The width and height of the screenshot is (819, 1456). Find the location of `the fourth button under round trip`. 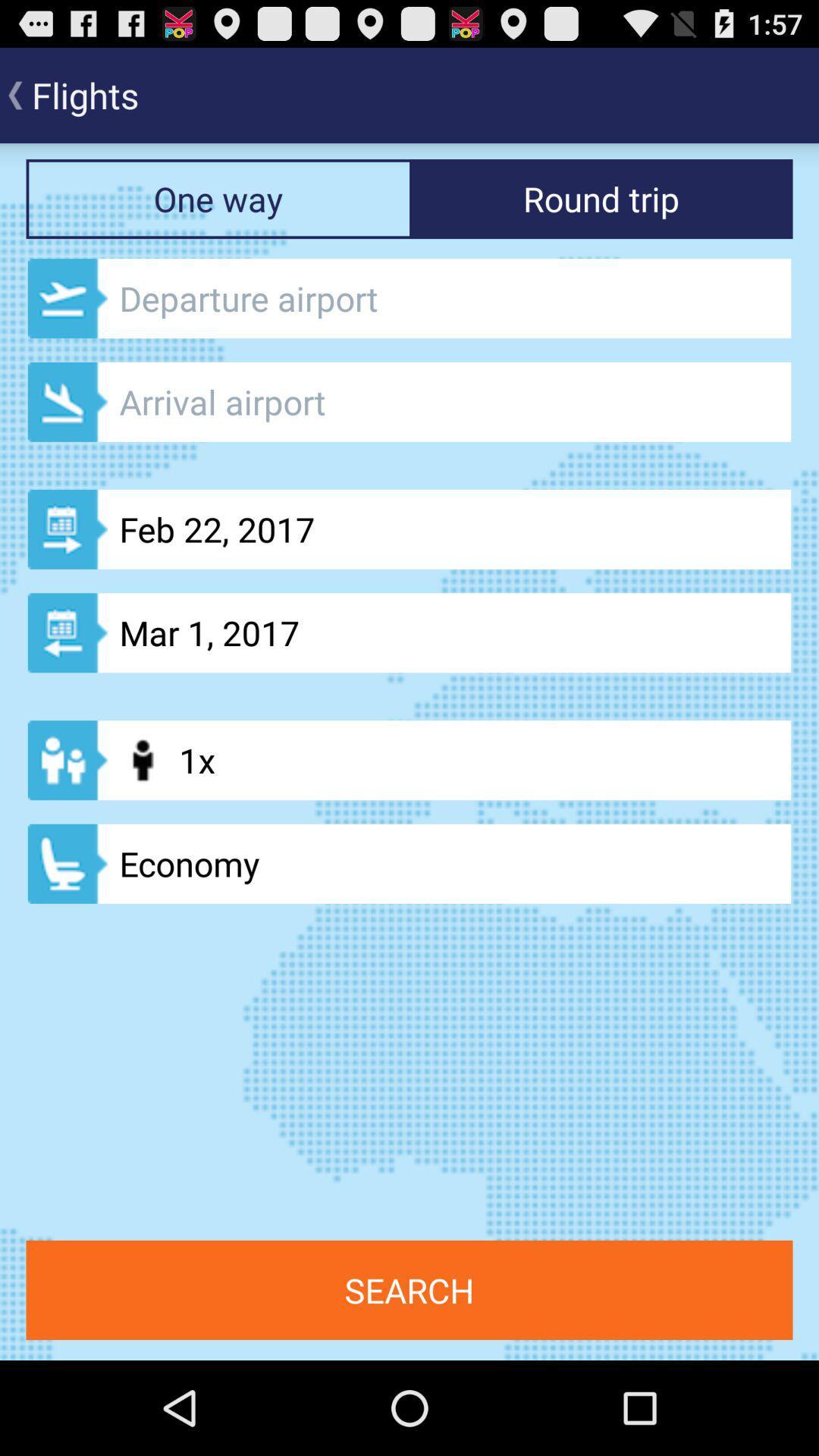

the fourth button under round trip is located at coordinates (409, 632).